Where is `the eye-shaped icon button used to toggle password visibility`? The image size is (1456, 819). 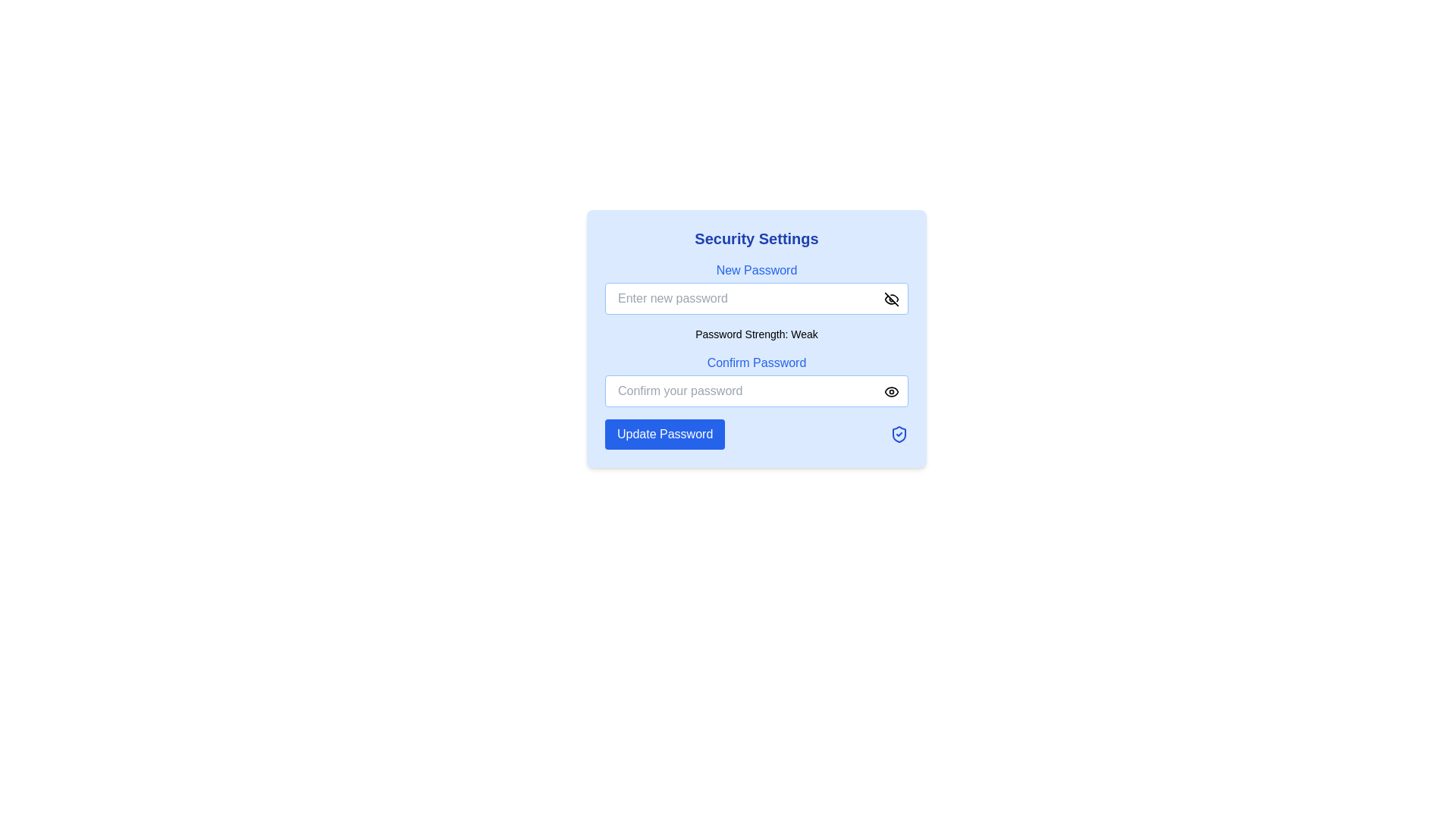 the eye-shaped icon button used to toggle password visibility is located at coordinates (892, 391).